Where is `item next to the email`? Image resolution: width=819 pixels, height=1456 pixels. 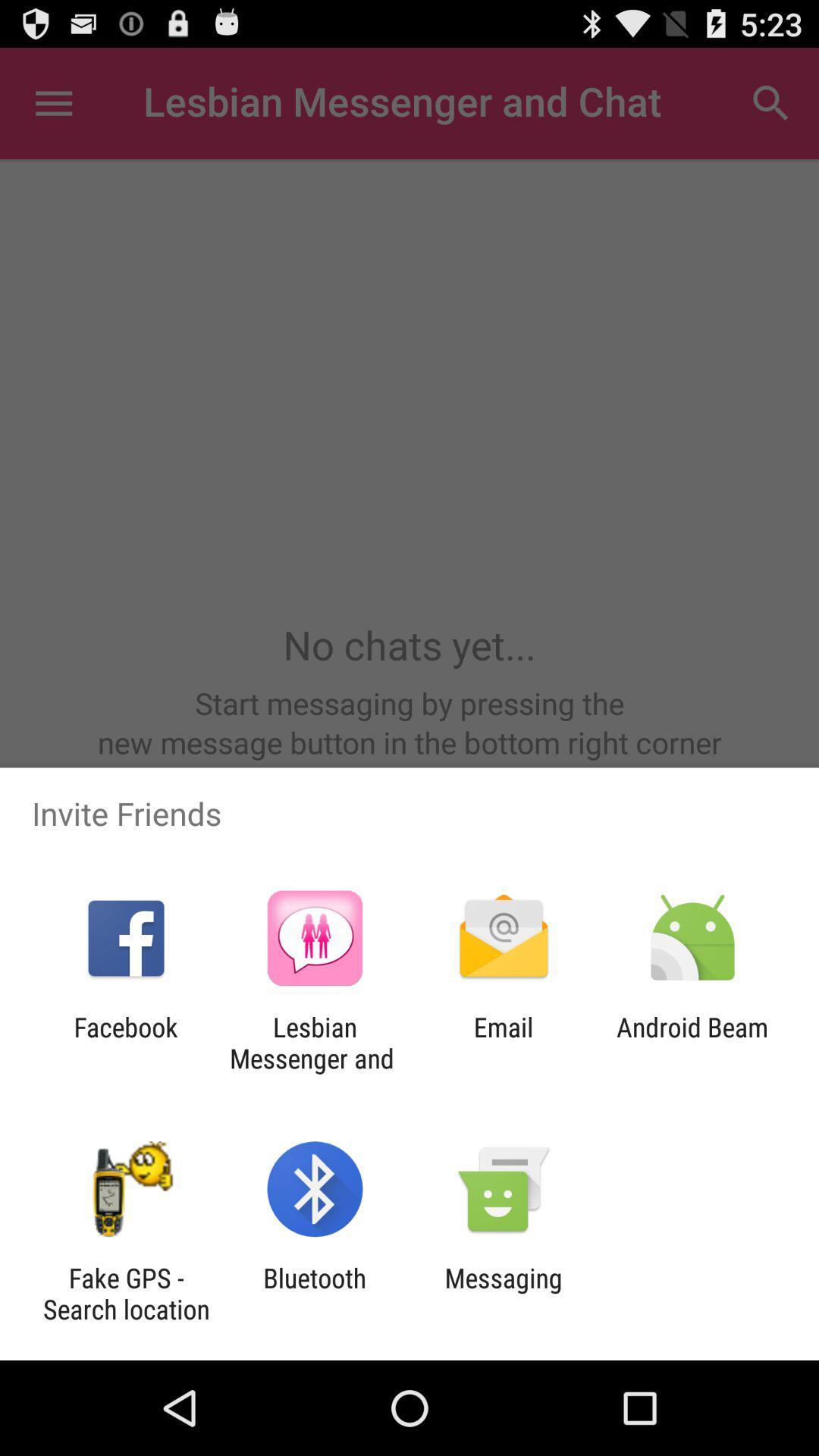 item next to the email is located at coordinates (314, 1042).